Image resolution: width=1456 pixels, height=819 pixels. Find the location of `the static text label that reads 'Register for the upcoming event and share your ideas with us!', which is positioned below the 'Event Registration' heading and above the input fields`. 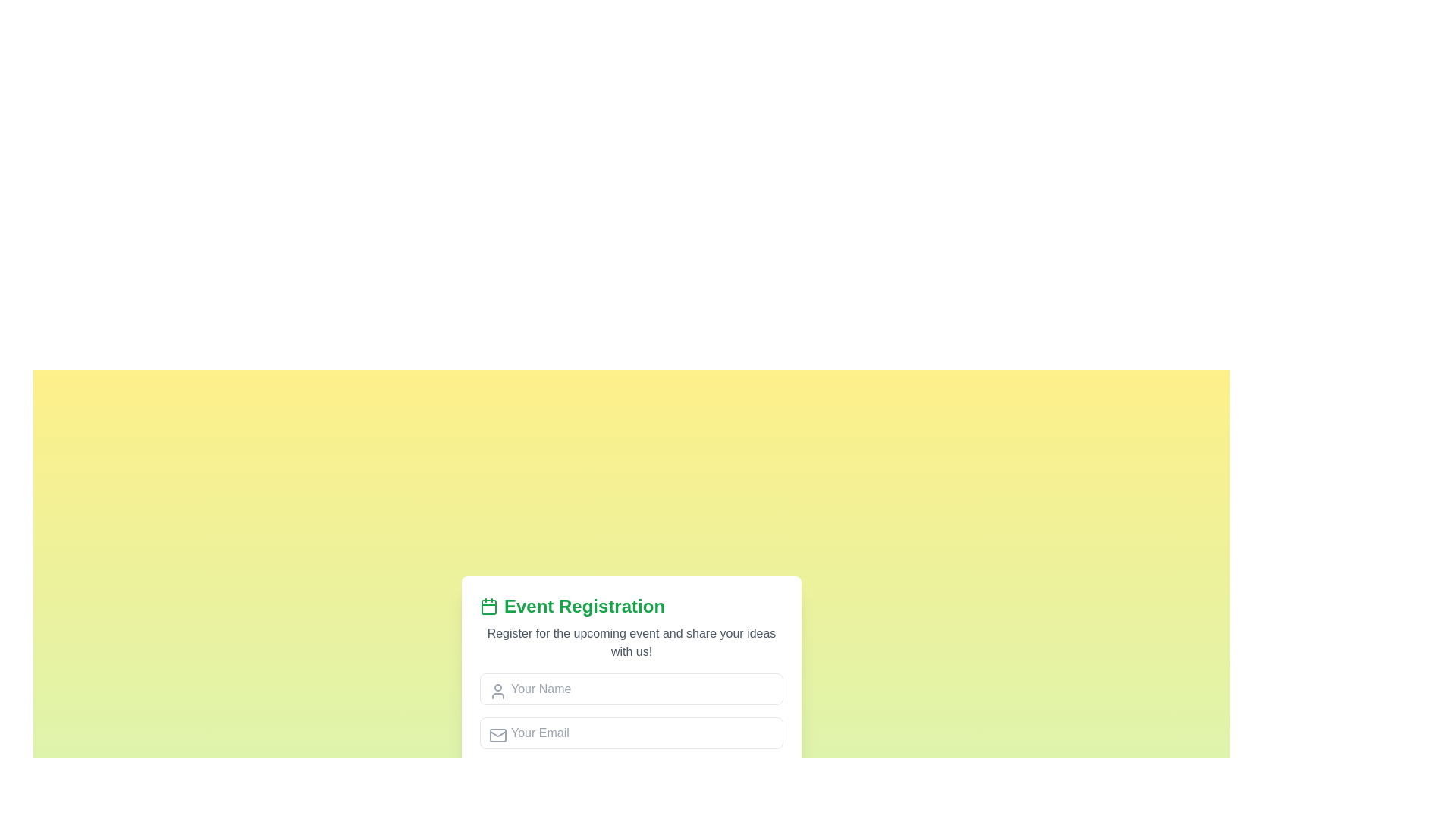

the static text label that reads 'Register for the upcoming event and share your ideas with us!', which is positioned below the 'Event Registration' heading and above the input fields is located at coordinates (632, 642).